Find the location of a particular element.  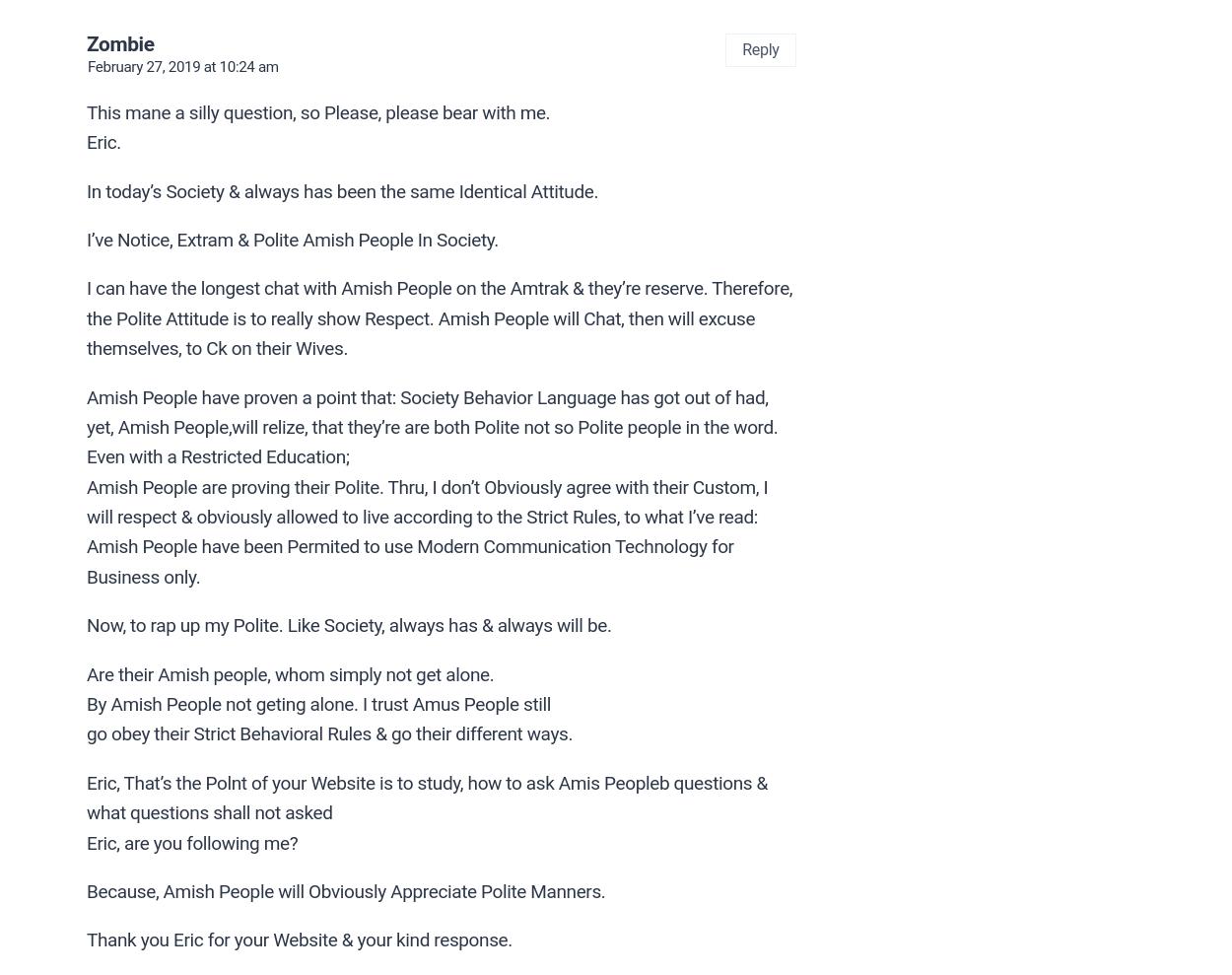

'This mane a silly question, so Please, please bear with me.' is located at coordinates (317, 110).